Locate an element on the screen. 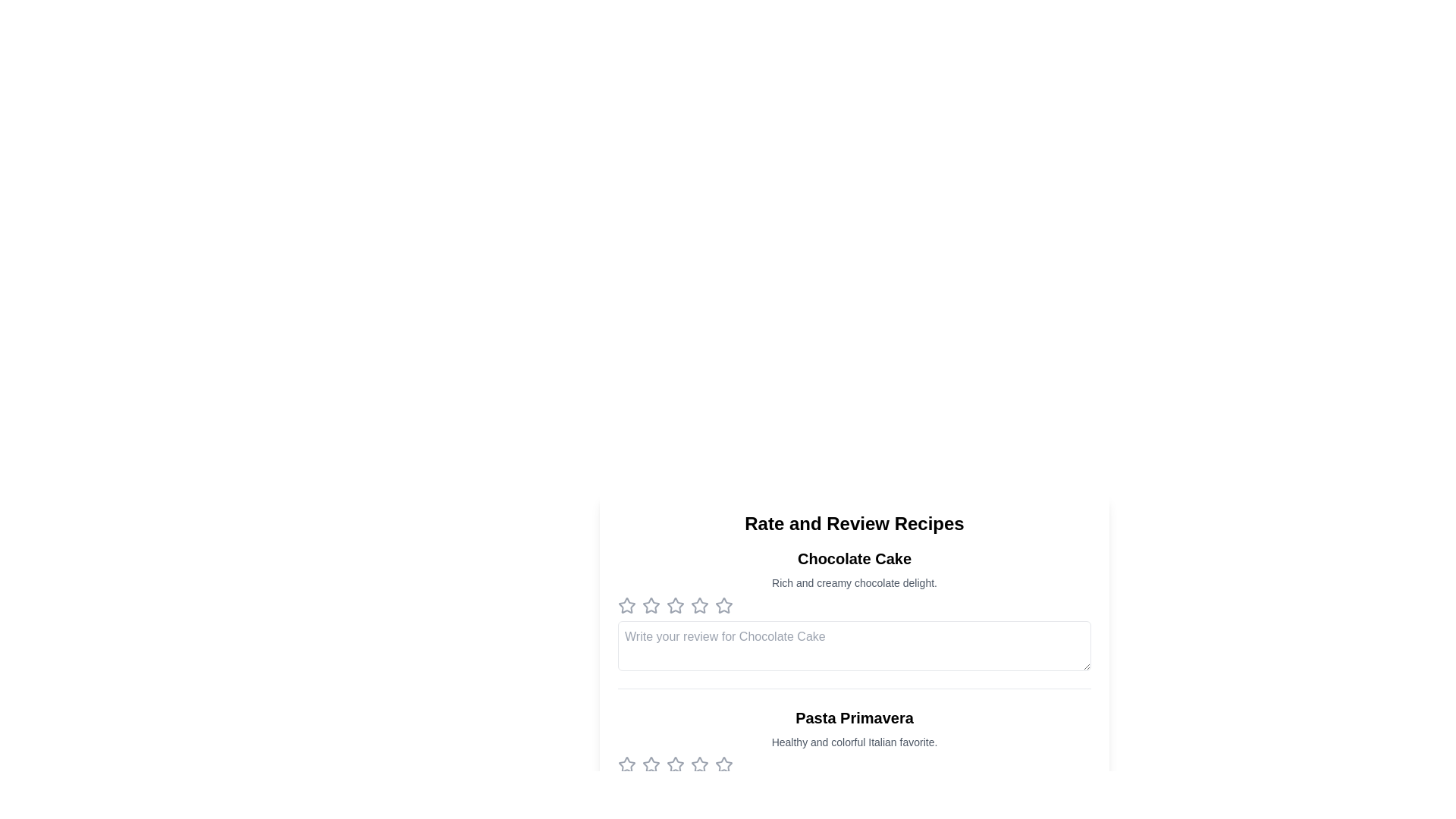  to select the fourth star icon in the rating system under the 'Chocolate Cake' heading, which is a star-shaped icon with a hollow center and grayish outline is located at coordinates (698, 604).